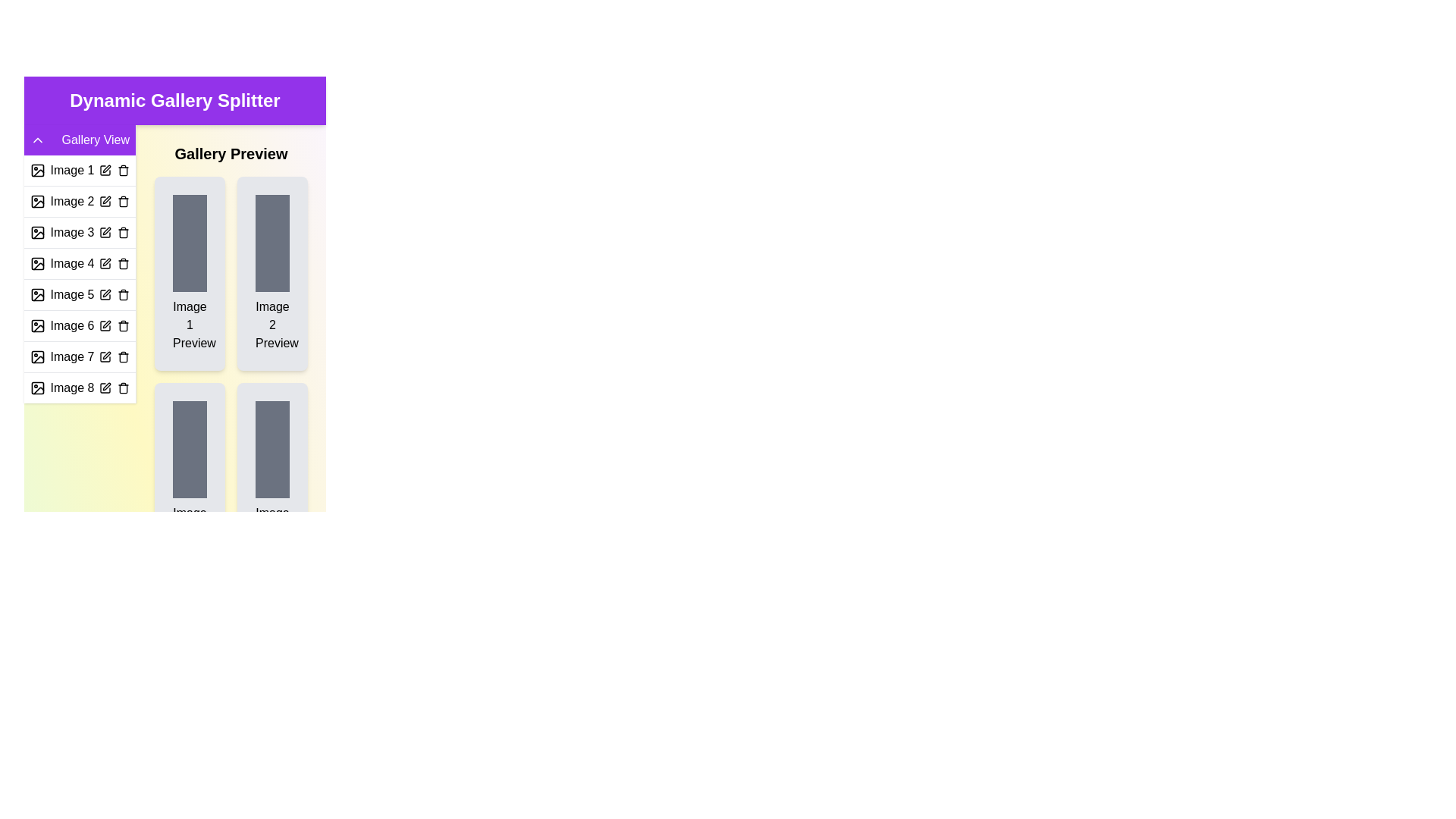 The height and width of the screenshot is (819, 1456). Describe the element at coordinates (71, 356) in the screenshot. I see `the label identifying the seventh image in the gallery` at that location.